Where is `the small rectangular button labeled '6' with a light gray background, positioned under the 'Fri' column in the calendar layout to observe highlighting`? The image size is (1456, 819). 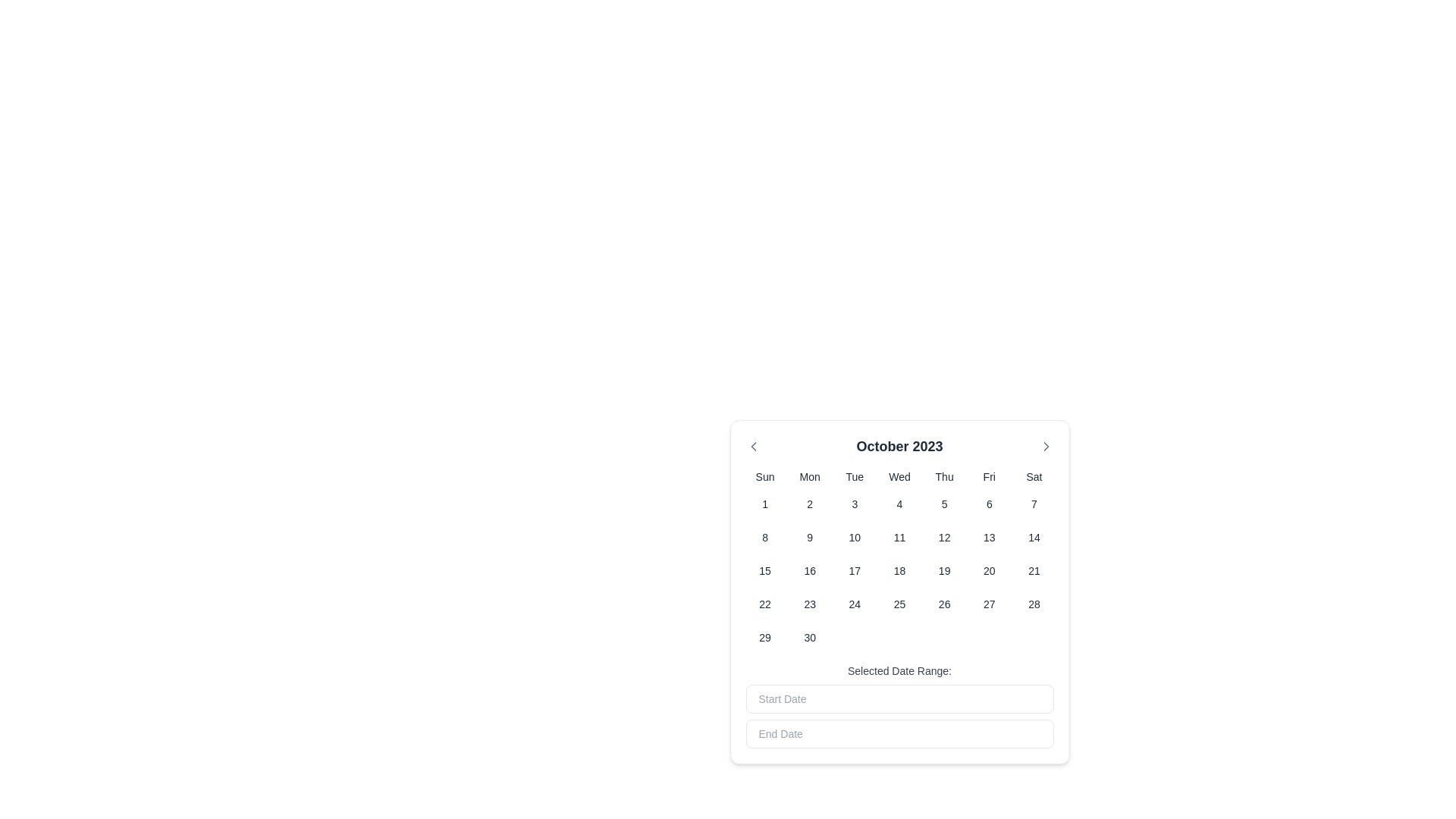
the small rectangular button labeled '6' with a light gray background, positioned under the 'Fri' column in the calendar layout to observe highlighting is located at coordinates (989, 504).